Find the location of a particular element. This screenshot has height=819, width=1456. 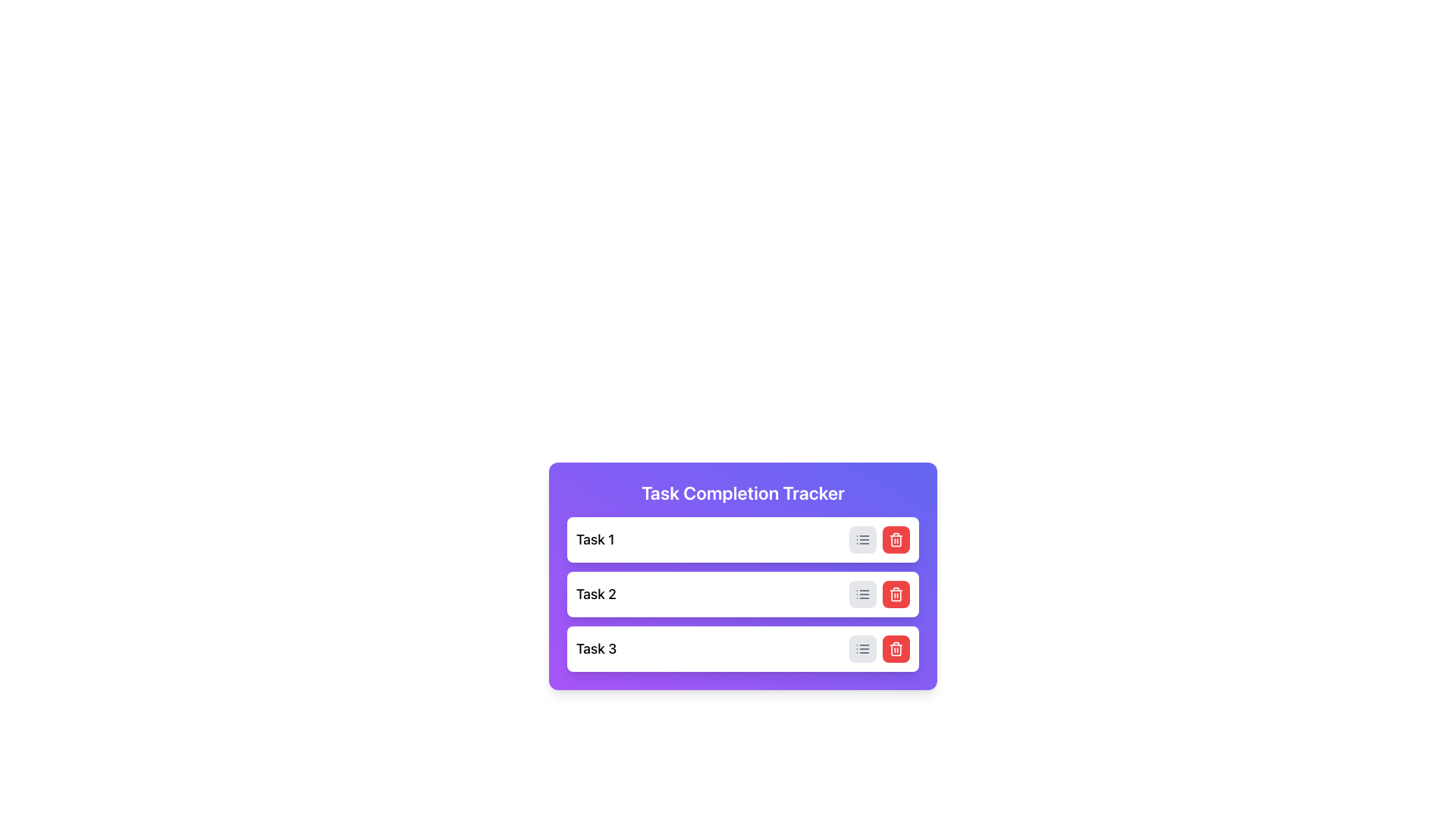

the compact list icon, which has parallel horizontal lines within a square outline, located to the left of the 'Task 1' label in the task management section is located at coordinates (862, 593).